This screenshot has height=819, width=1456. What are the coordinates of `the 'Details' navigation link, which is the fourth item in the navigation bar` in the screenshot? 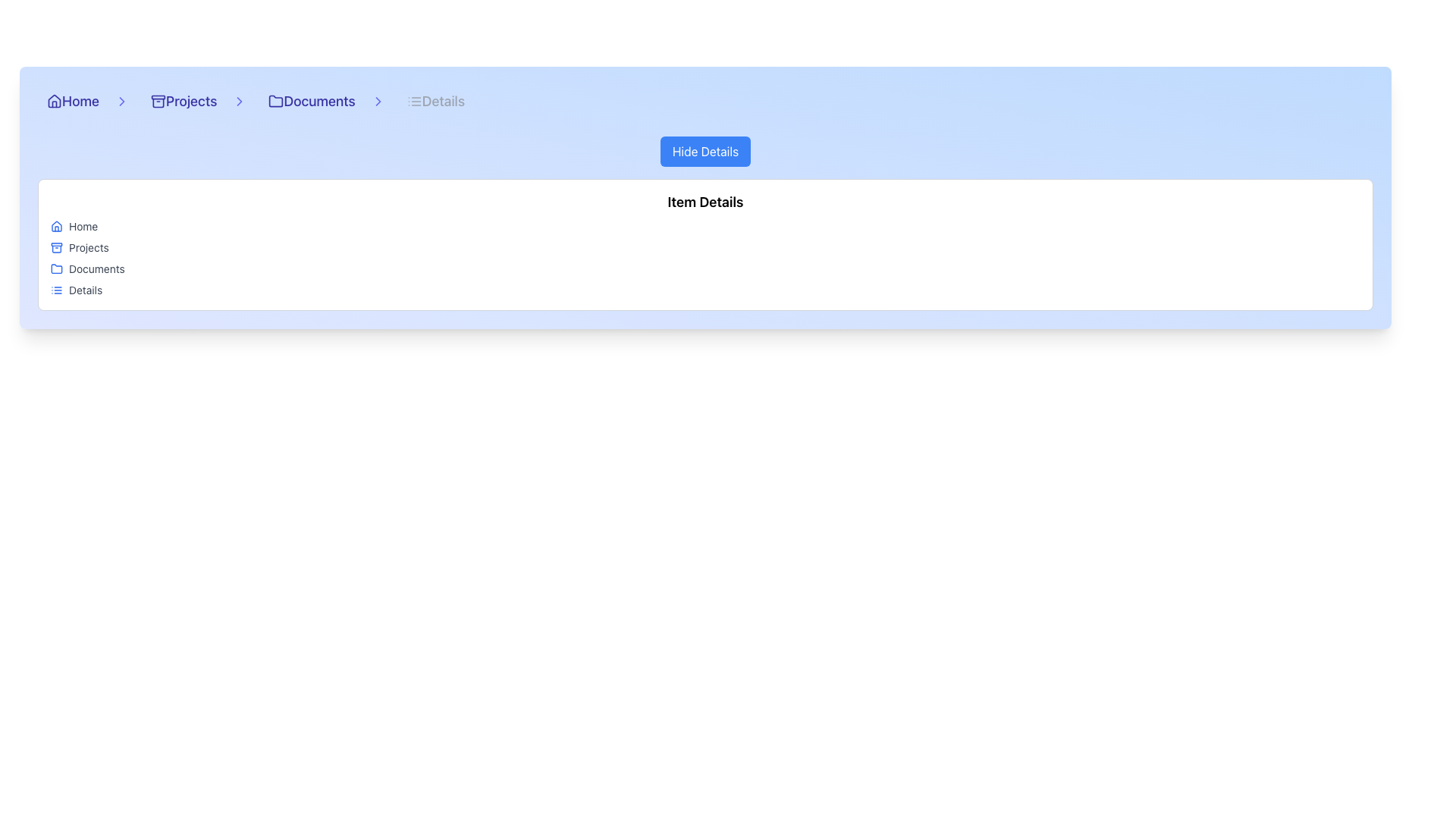 It's located at (435, 102).